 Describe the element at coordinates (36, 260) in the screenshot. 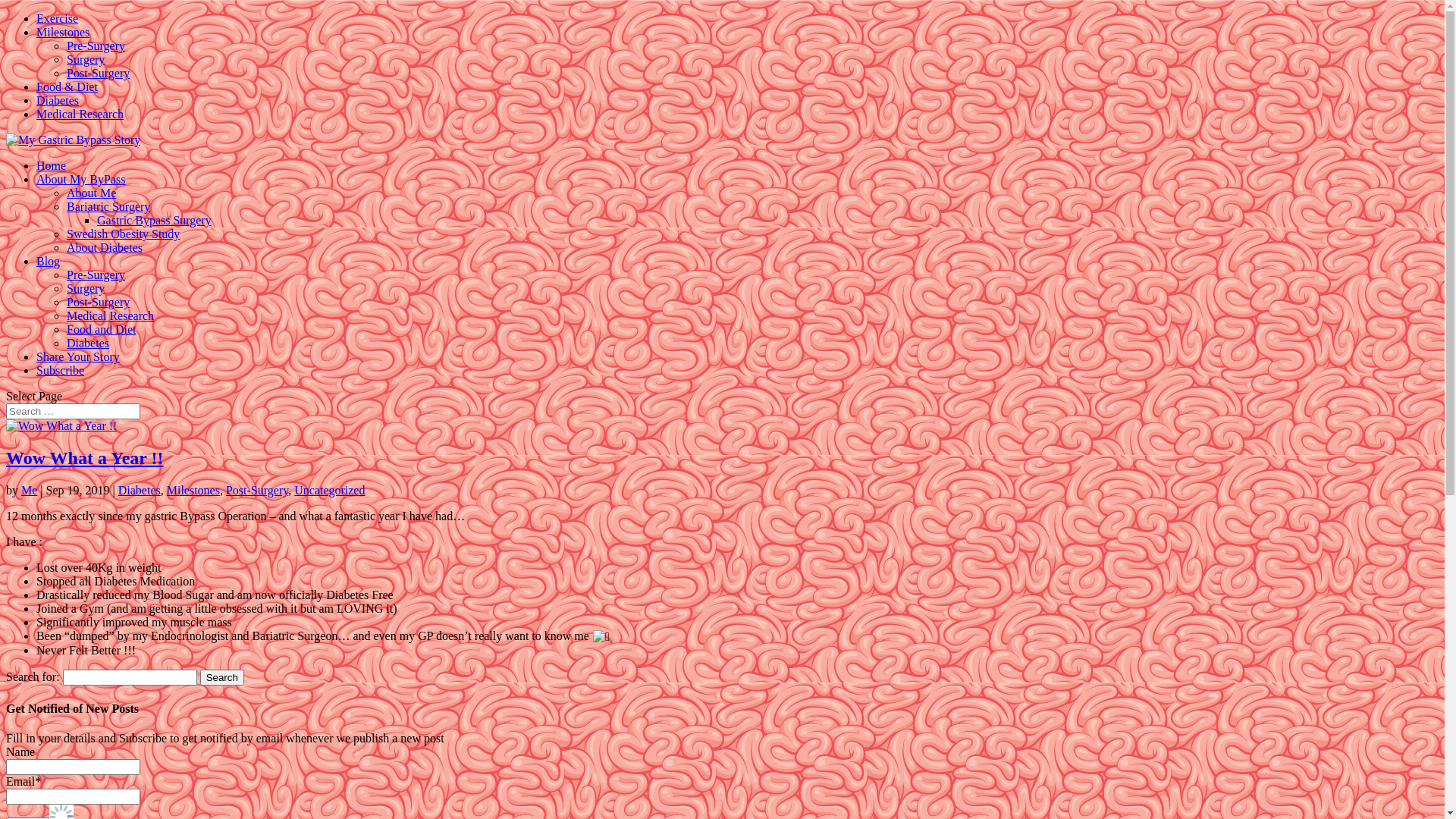

I see `'Blog'` at that location.